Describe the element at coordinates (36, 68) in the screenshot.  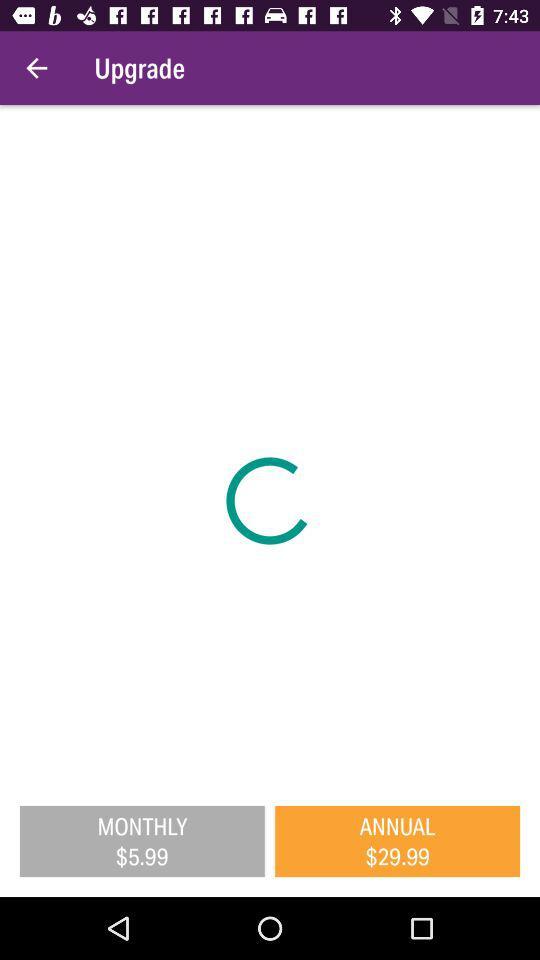
I see `item to the left of upgrade` at that location.